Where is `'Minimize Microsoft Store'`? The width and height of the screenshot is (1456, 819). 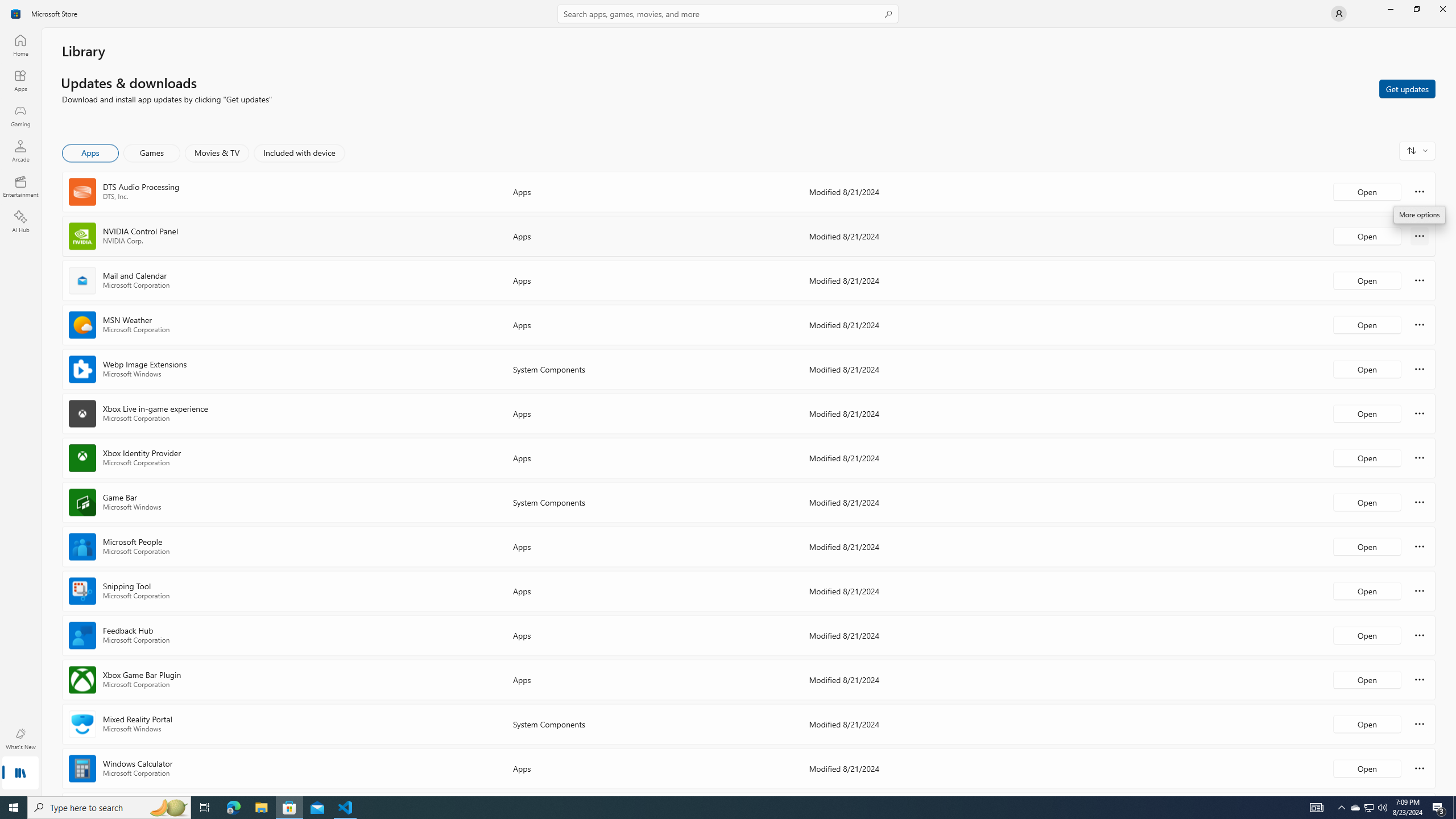 'Minimize Microsoft Store' is located at coordinates (1389, 9).